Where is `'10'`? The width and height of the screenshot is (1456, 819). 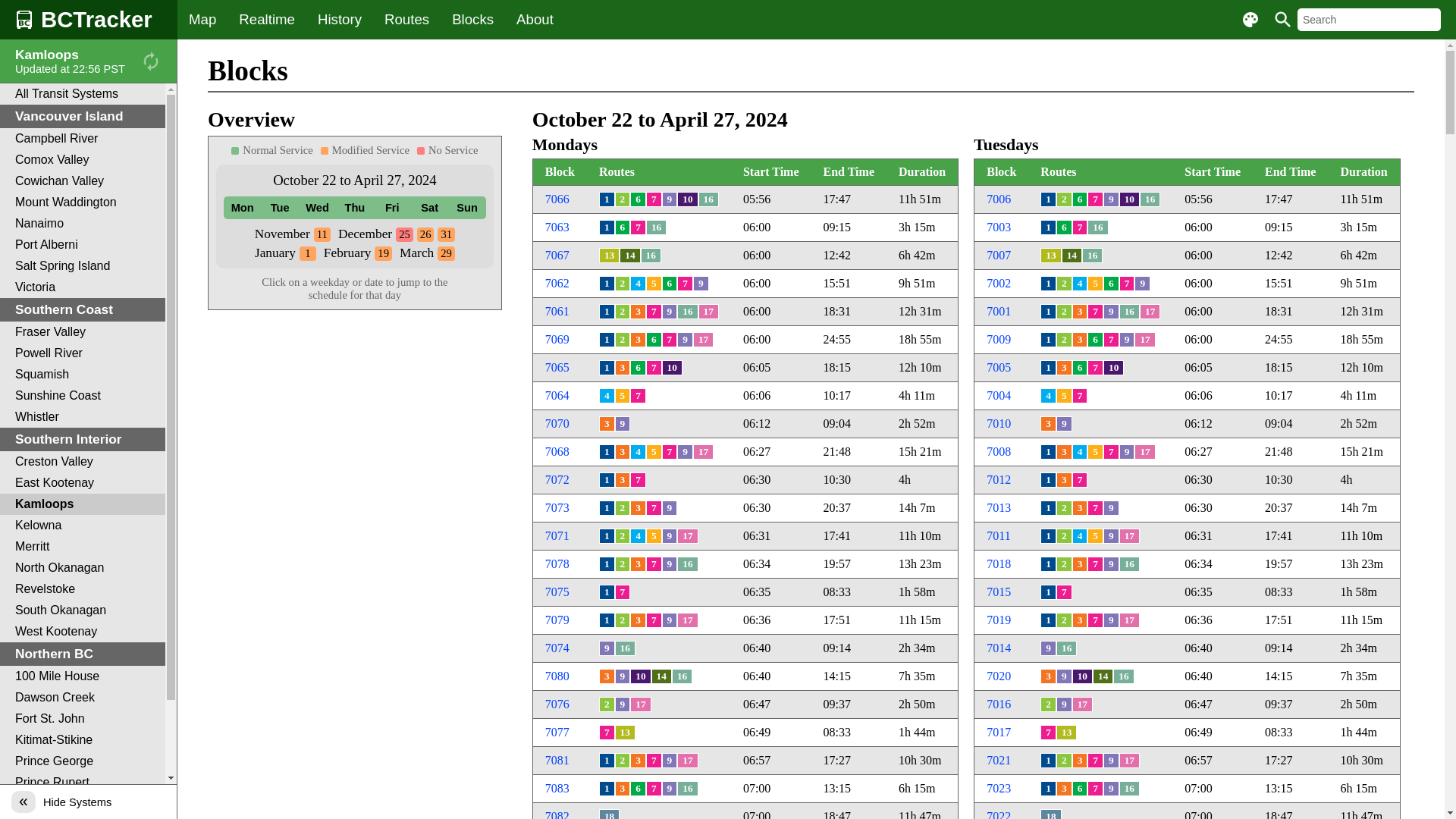
'10' is located at coordinates (671, 368).